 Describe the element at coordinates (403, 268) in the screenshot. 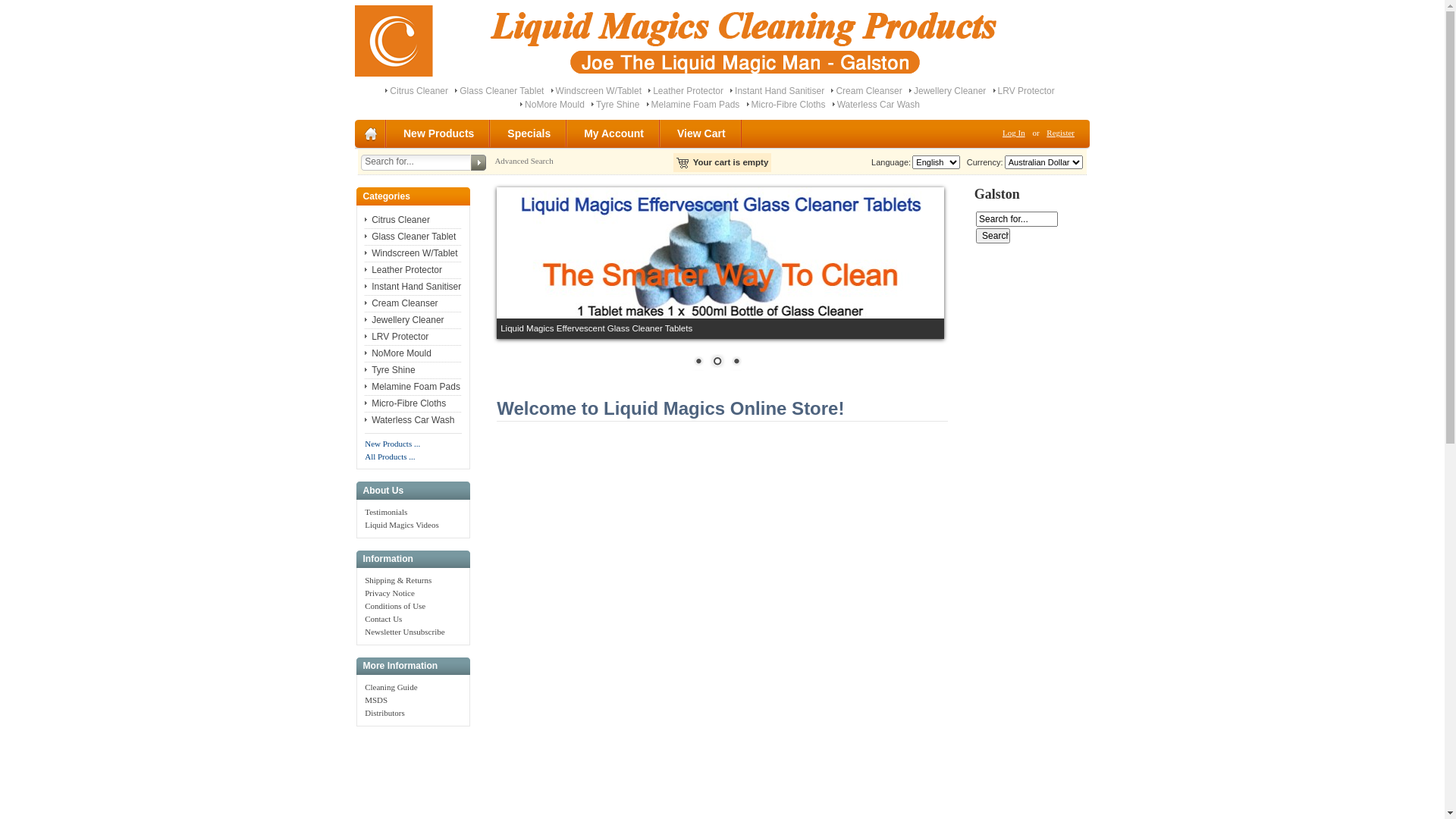

I see `'Leather Protector'` at that location.